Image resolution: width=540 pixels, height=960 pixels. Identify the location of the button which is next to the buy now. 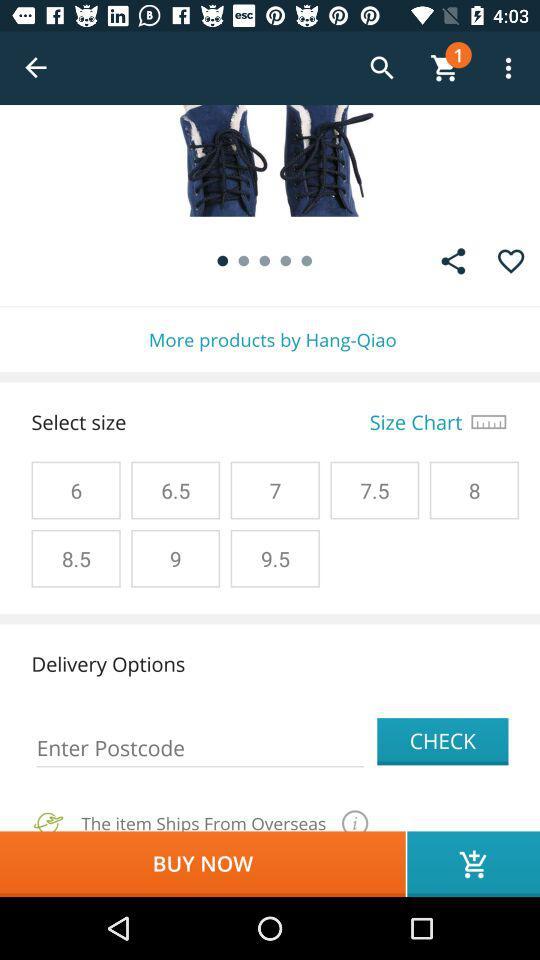
(472, 863).